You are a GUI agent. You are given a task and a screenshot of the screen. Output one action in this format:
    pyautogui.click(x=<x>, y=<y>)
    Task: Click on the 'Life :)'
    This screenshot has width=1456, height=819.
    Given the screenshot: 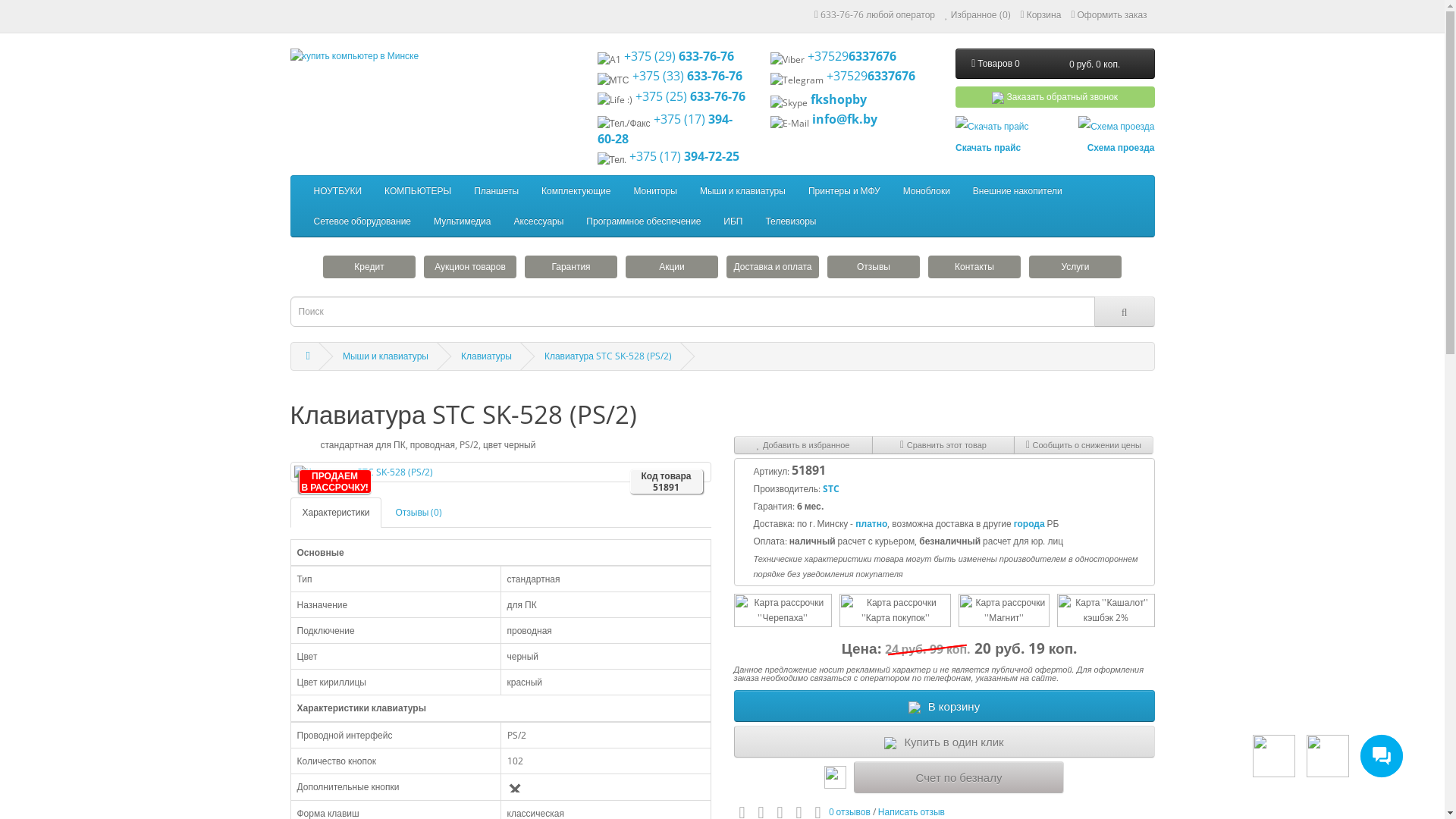 What is the action you would take?
    pyautogui.click(x=615, y=99)
    